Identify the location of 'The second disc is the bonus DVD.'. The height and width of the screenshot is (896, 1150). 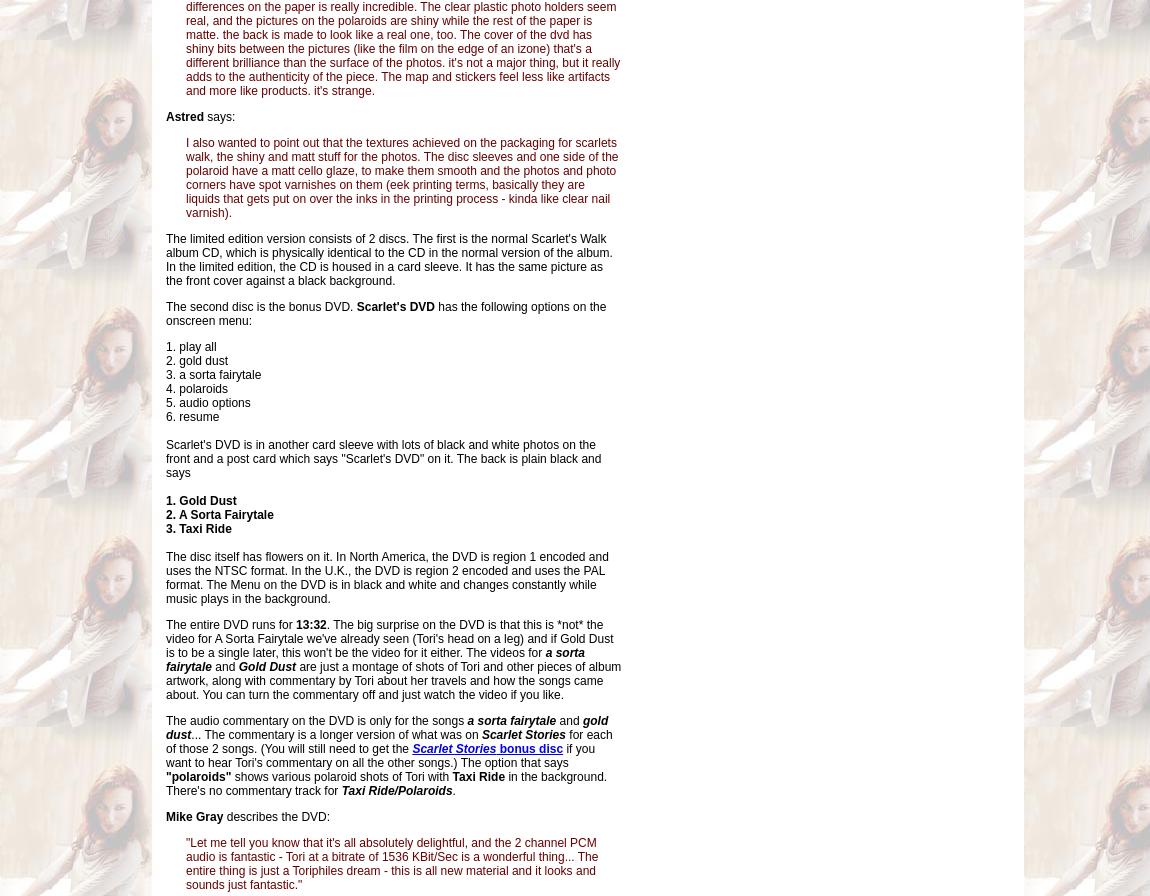
(260, 306).